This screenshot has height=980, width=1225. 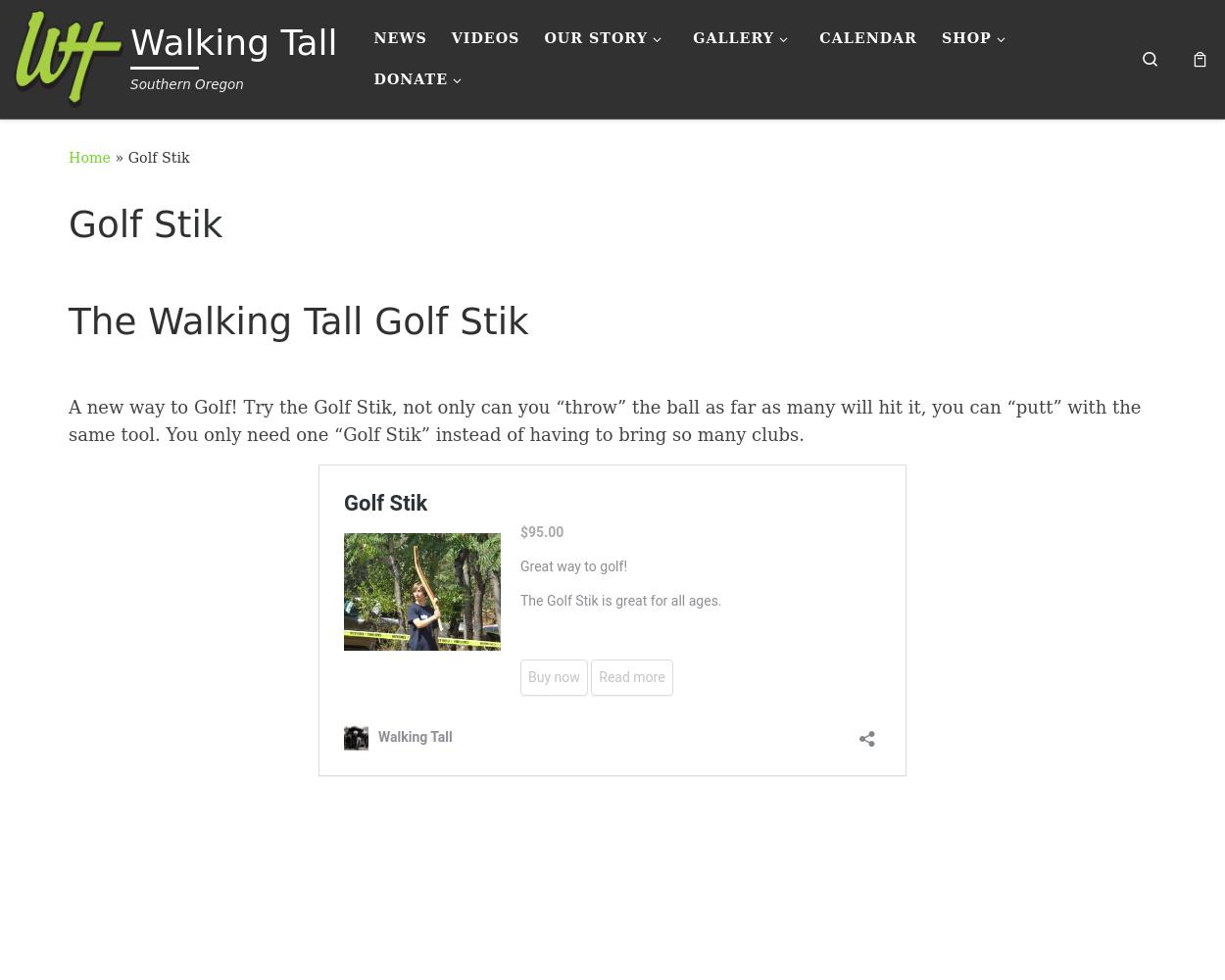 I want to click on 'About Us', so click(x=563, y=144).